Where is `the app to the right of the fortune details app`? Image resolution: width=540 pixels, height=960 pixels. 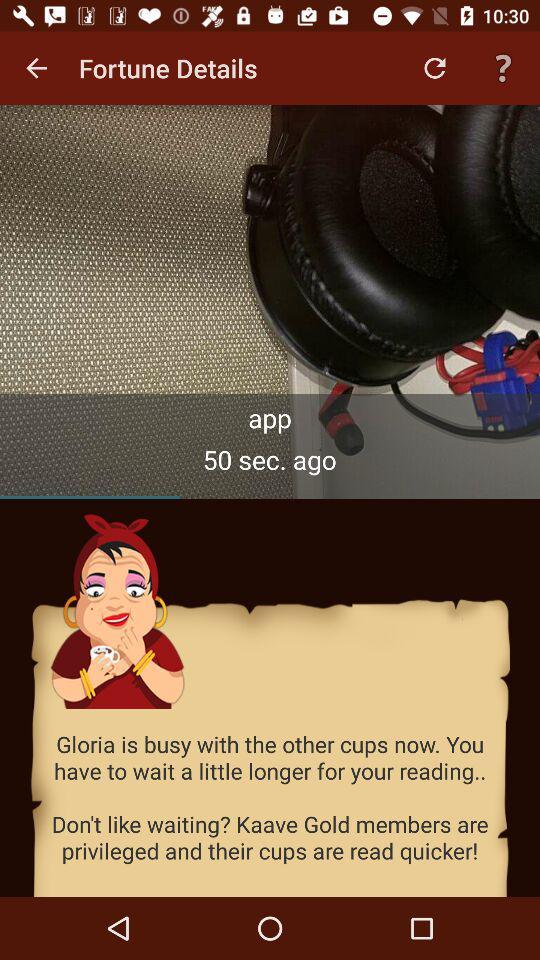
the app to the right of the fortune details app is located at coordinates (434, 68).